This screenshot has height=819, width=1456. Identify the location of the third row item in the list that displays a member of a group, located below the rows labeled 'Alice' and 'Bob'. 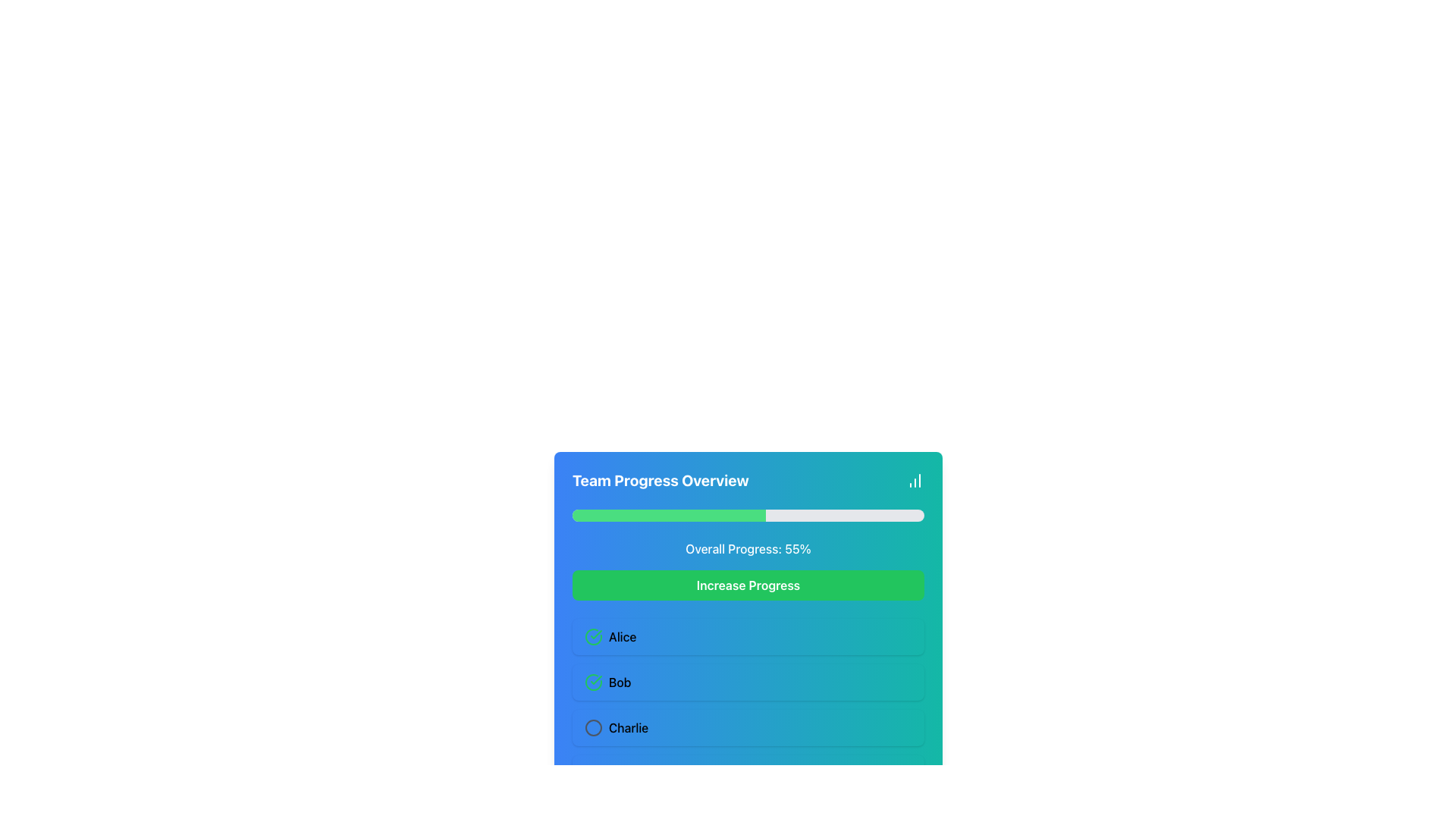
(748, 727).